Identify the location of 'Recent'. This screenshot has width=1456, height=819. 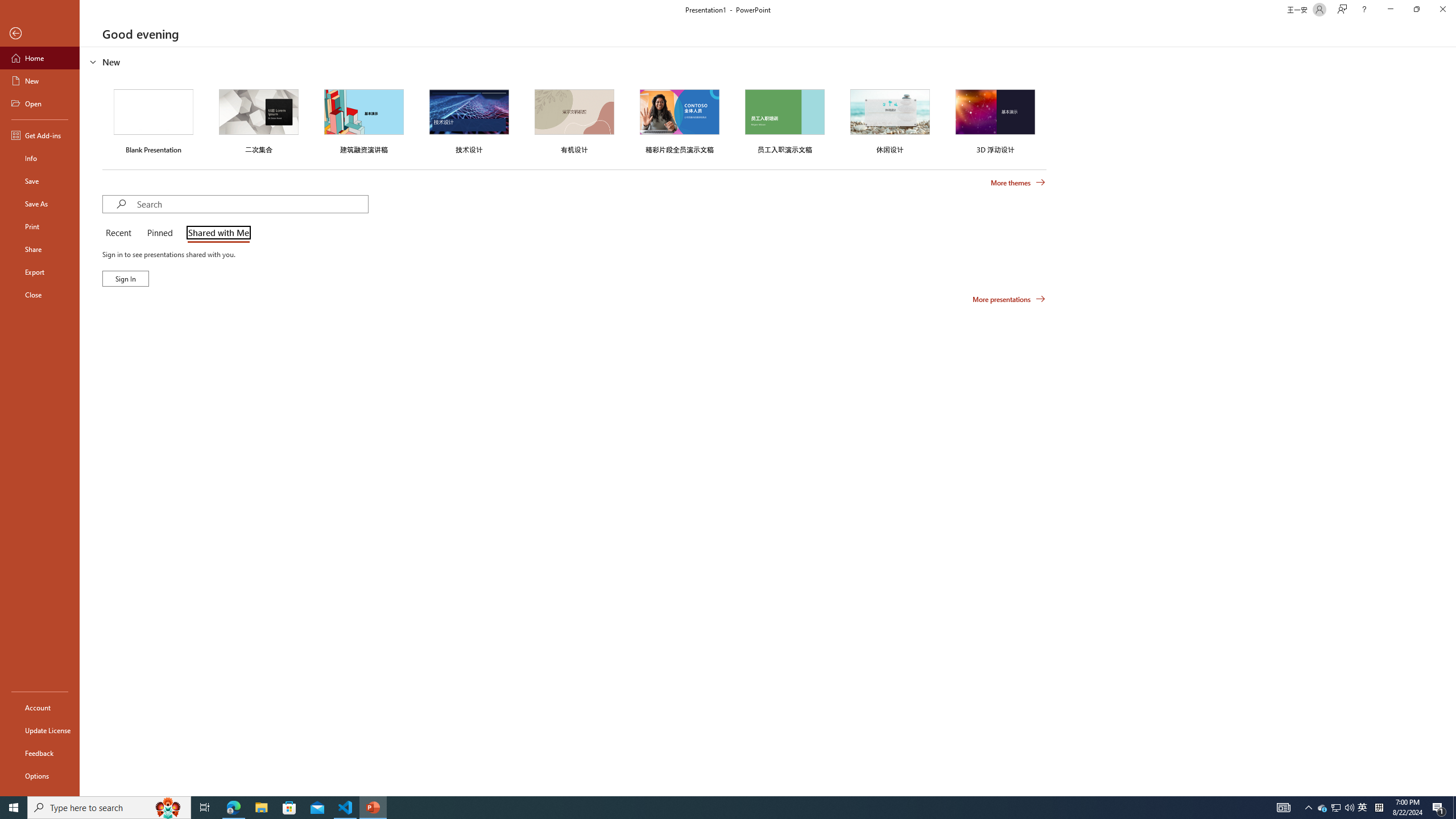
(120, 233).